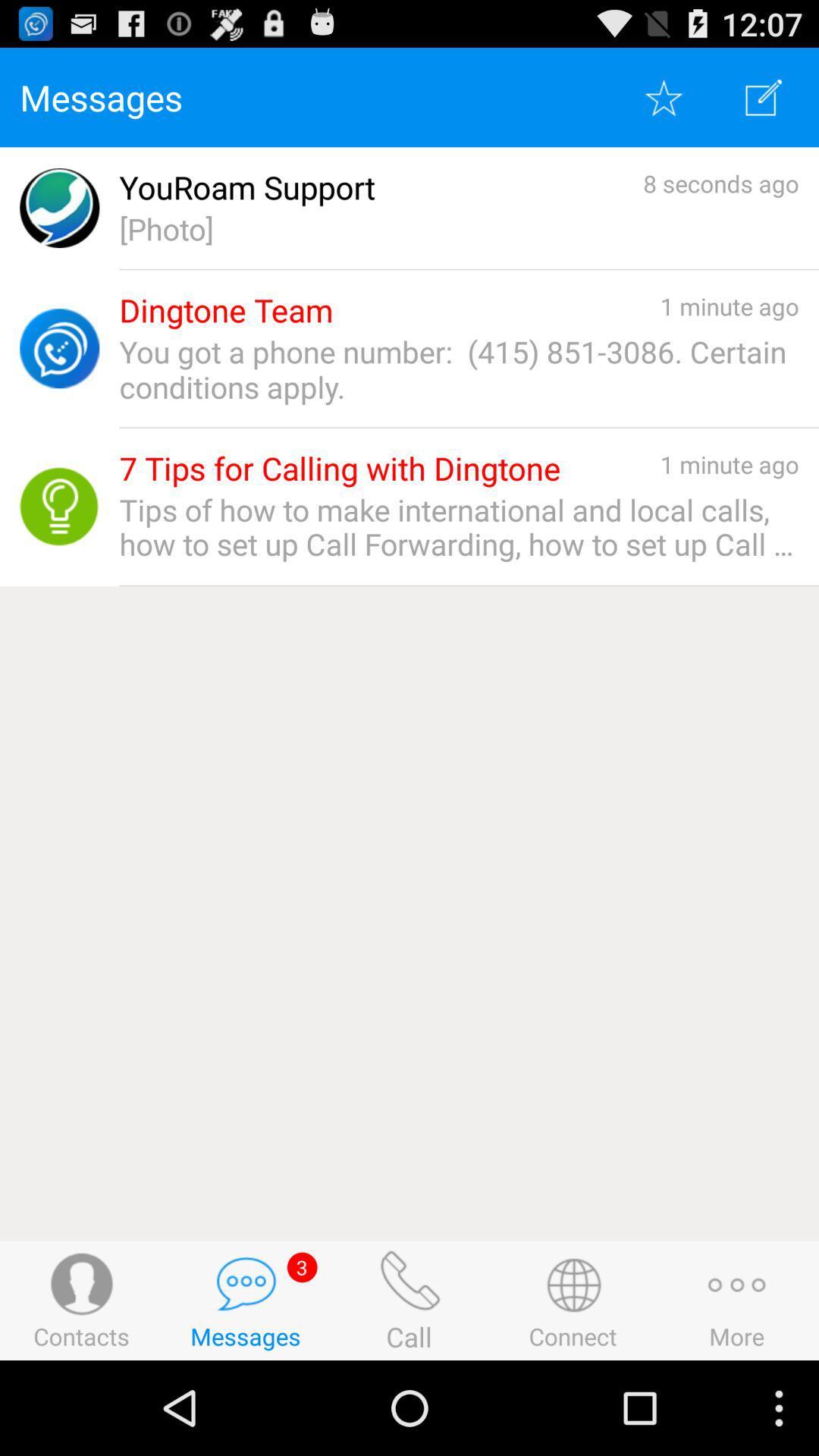 The image size is (819, 1456). What do you see at coordinates (663, 96) in the screenshot?
I see `click star` at bounding box center [663, 96].